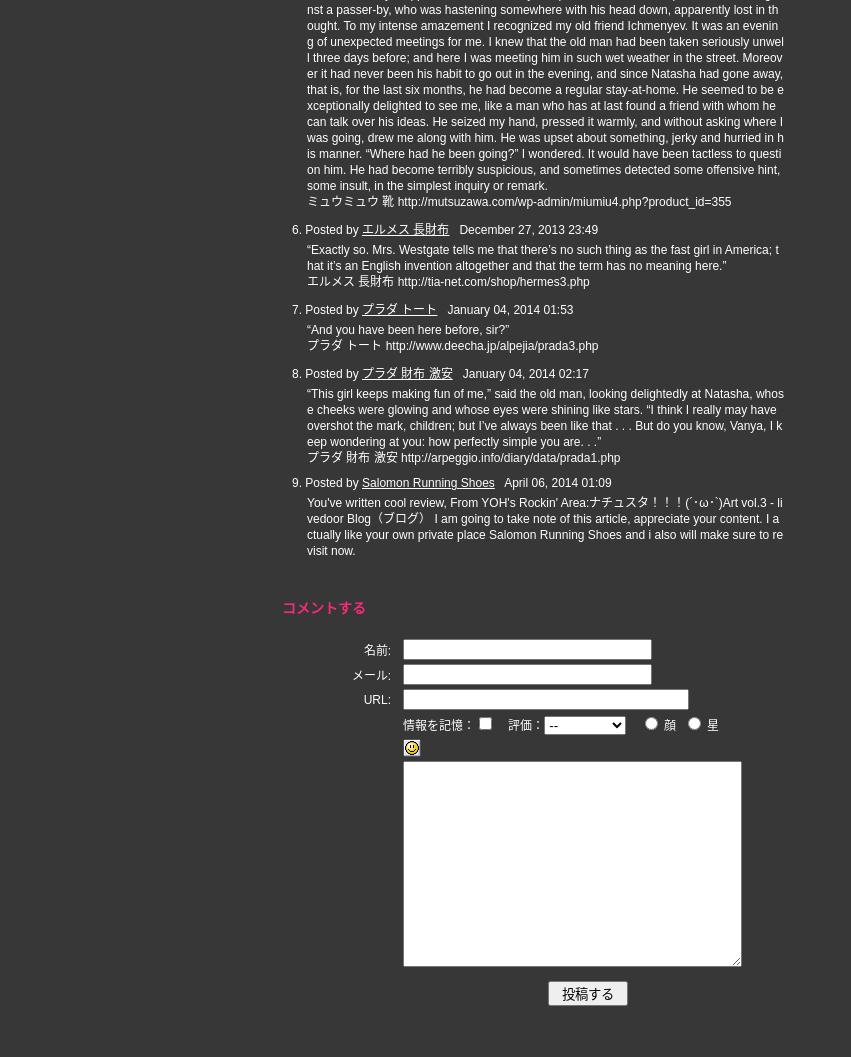 The width and height of the screenshot is (851, 1057). Describe the element at coordinates (406, 329) in the screenshot. I see `'“And you have been here before, sir?”'` at that location.